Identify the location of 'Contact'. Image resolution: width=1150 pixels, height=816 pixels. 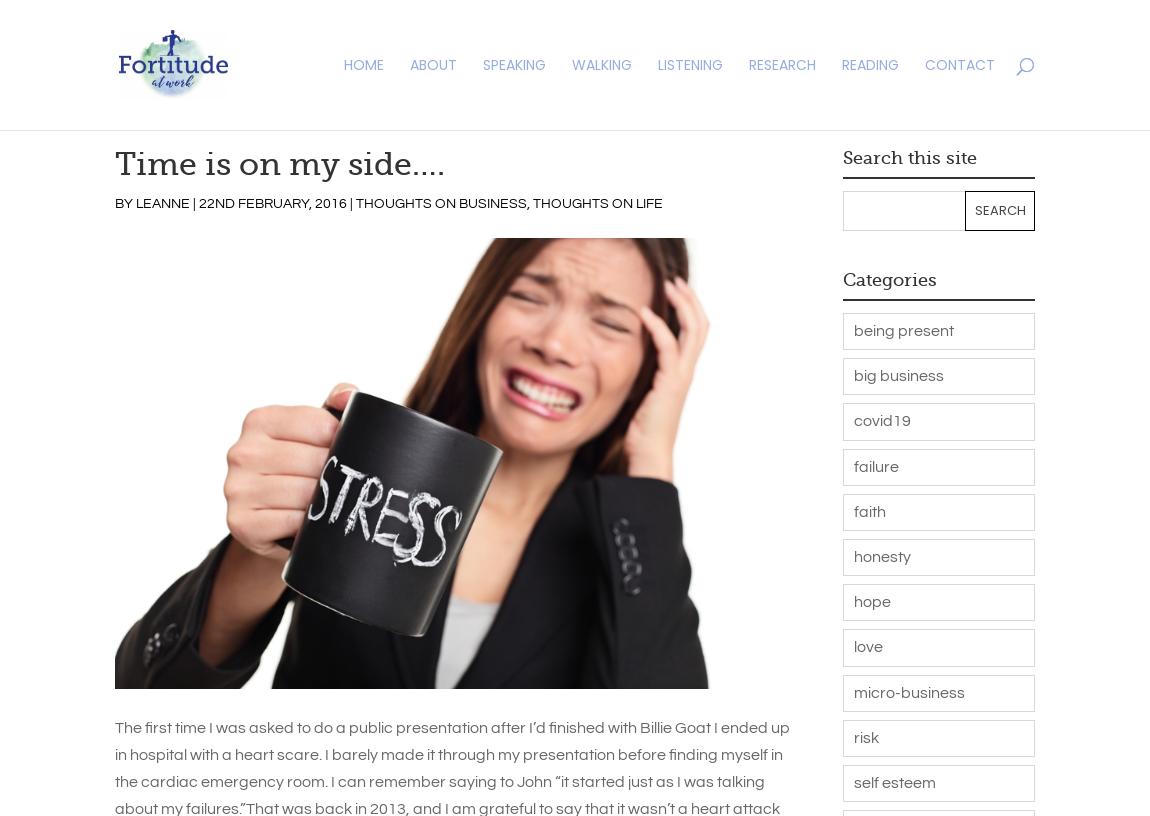
(960, 64).